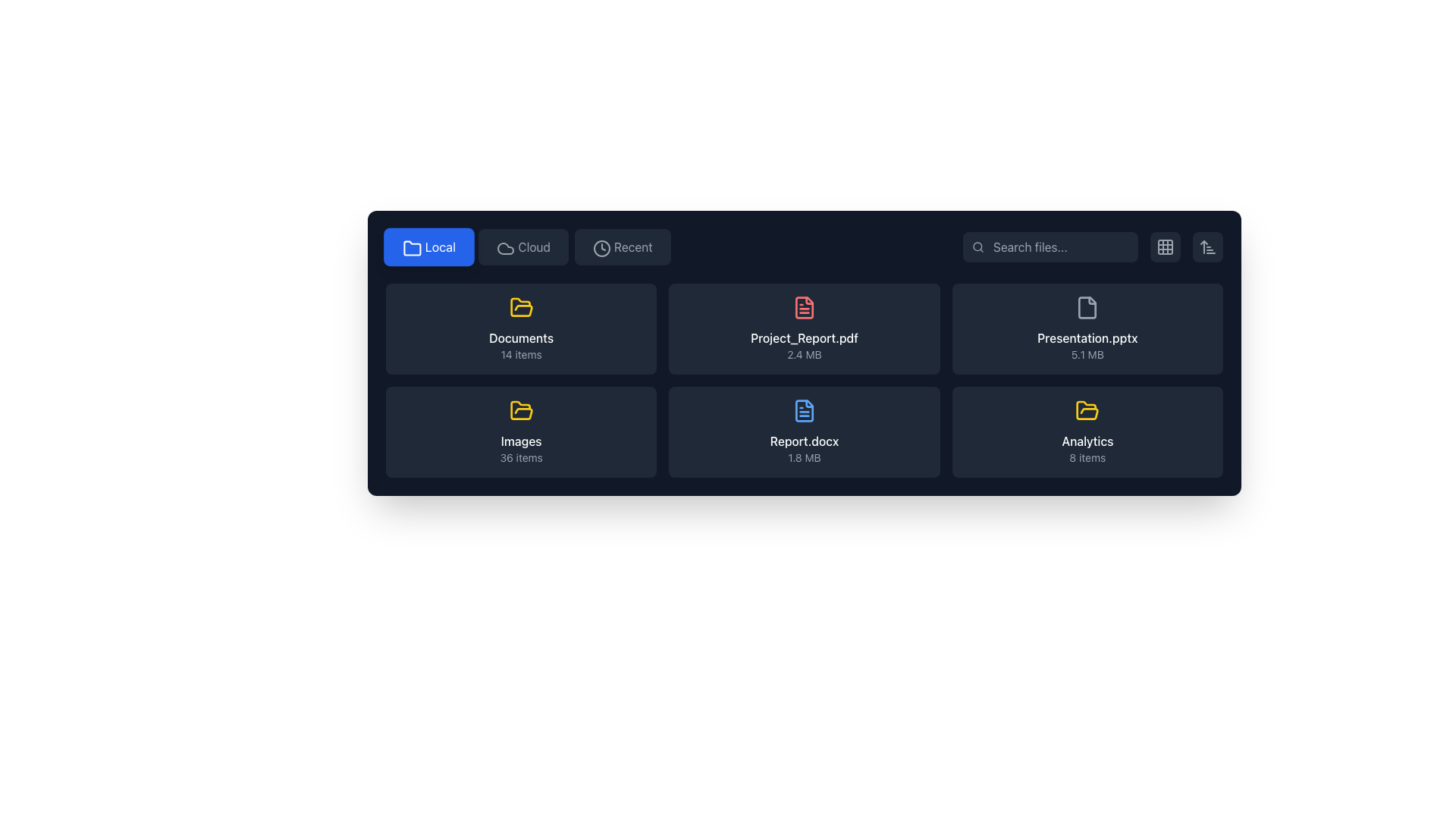 This screenshot has height=819, width=1456. What do you see at coordinates (1164, 246) in the screenshot?
I see `the interactive button represented by an SVG graphic icon in the top-right section of the main interface` at bounding box center [1164, 246].